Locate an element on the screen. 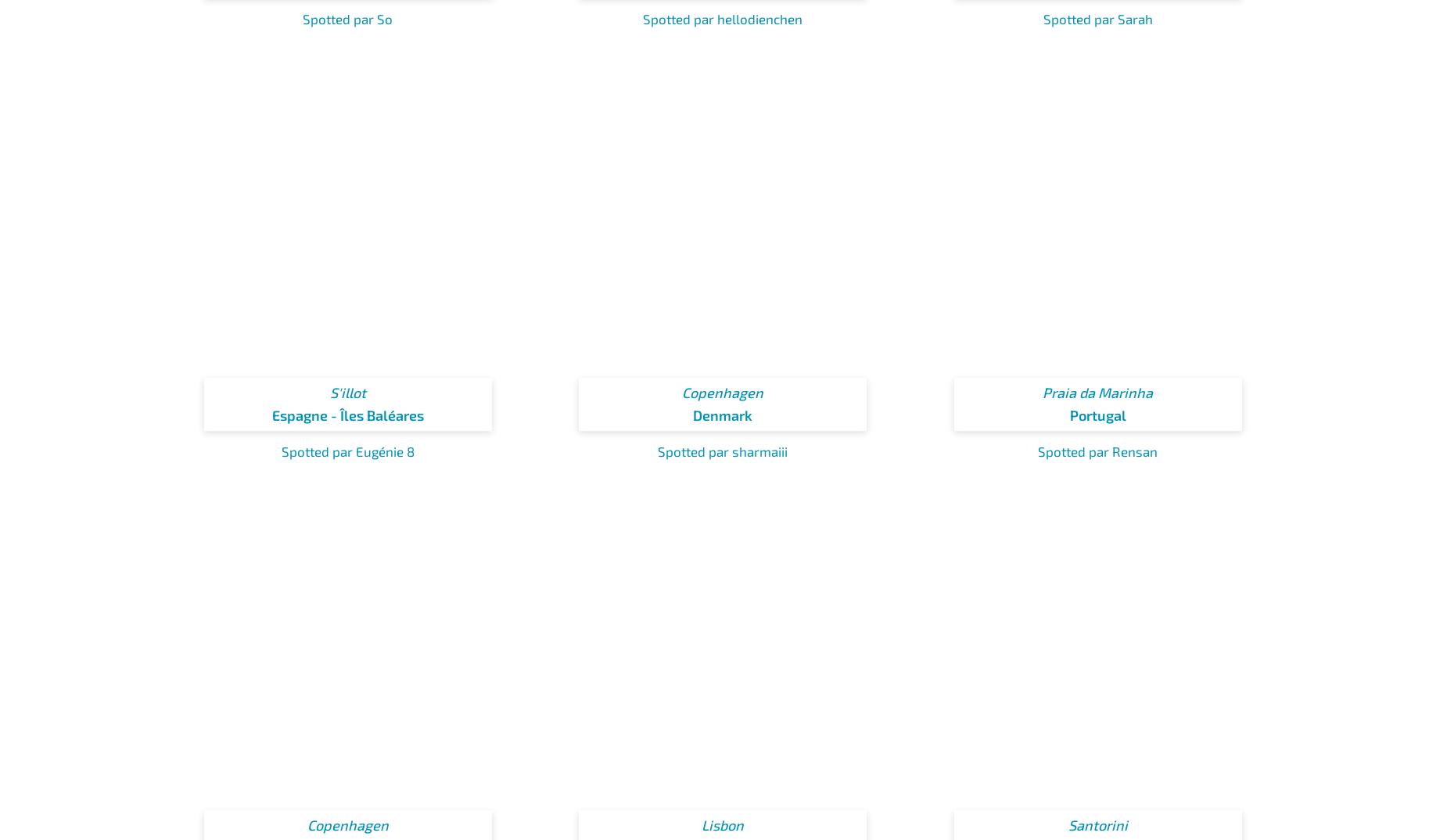 The height and width of the screenshot is (840, 1447). 'Santorini' is located at coordinates (1097, 824).